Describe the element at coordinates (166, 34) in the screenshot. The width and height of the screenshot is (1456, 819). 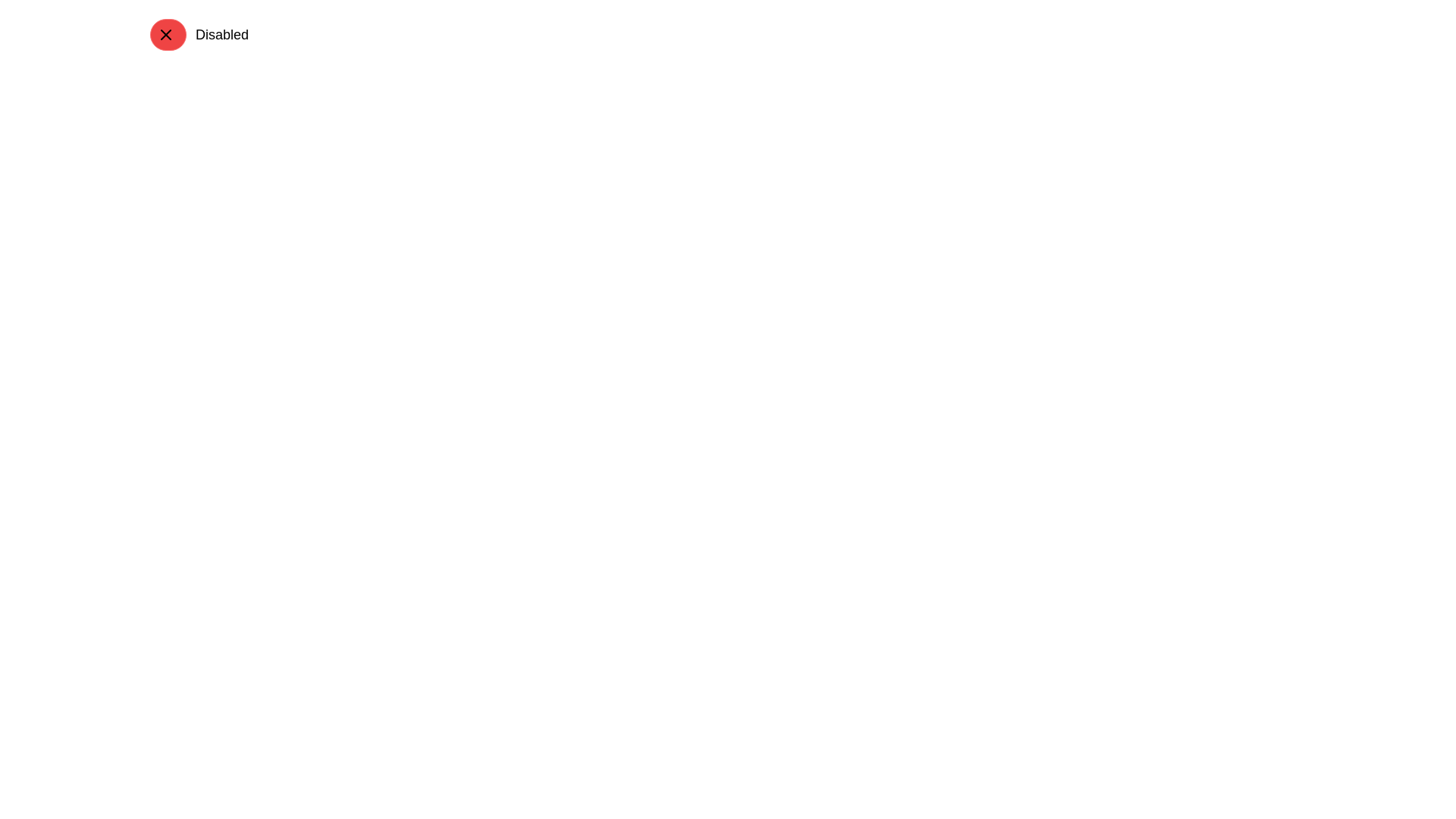
I see `the black 'X' icon within the red circular button located to the left of the 'Disabled' text label in the upper-left area of the interface` at that location.